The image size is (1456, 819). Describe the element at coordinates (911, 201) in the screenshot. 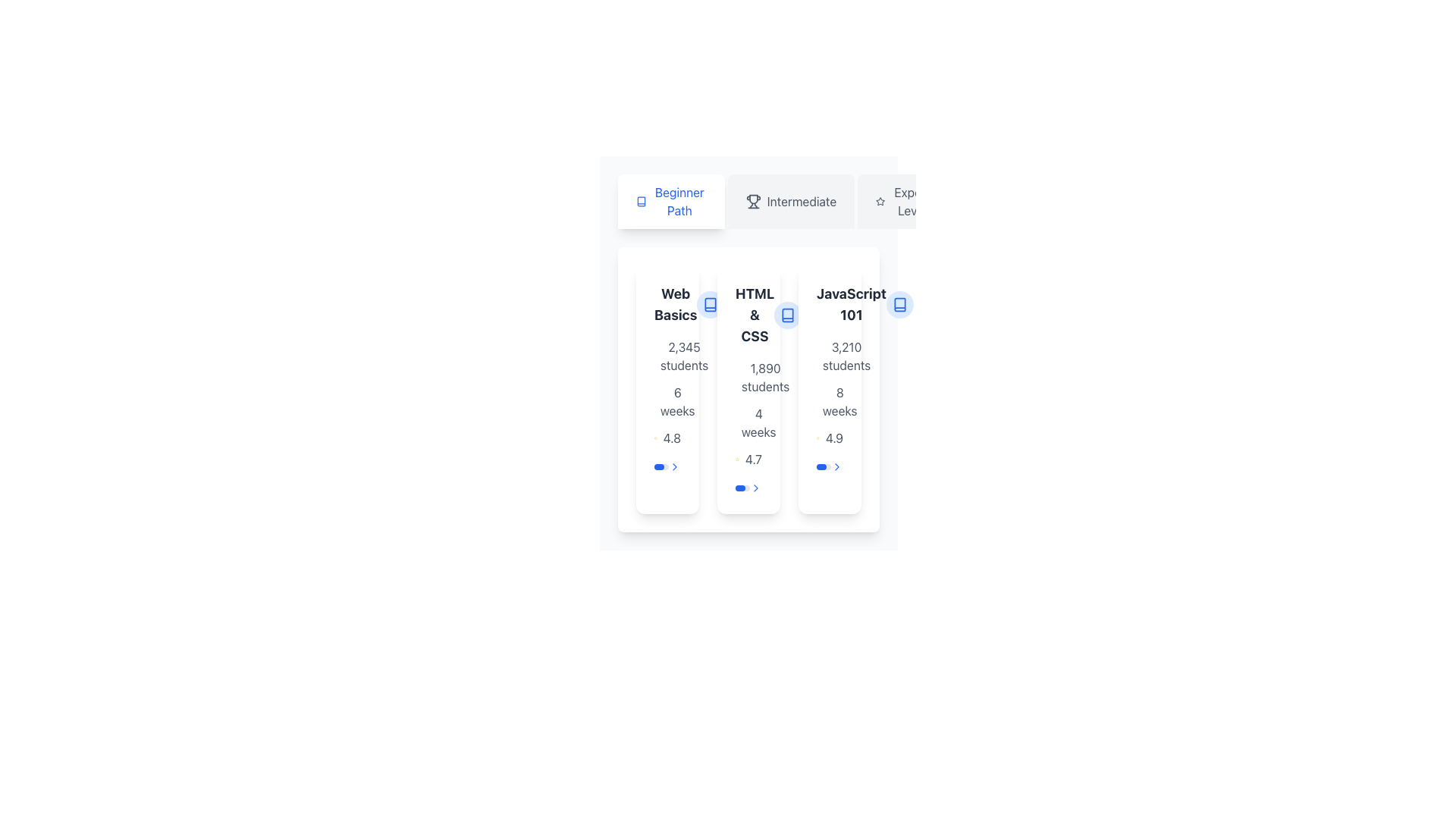

I see `the 'Expert Level' label element, which displays the text in a sans-serif typeface on a light gray background` at that location.